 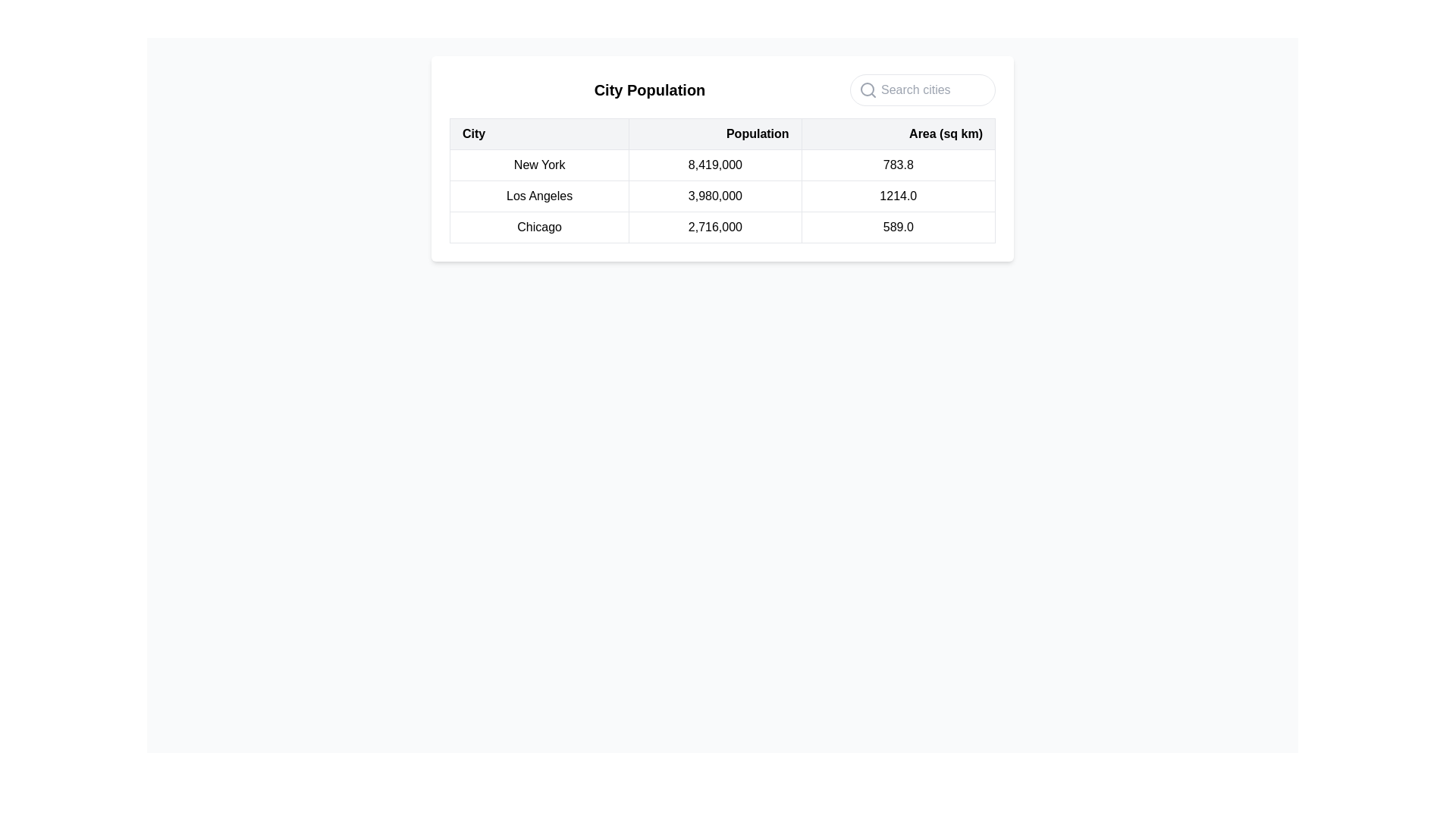 I want to click on text label displaying 'New York', which is the first item in a row of the 'City Population' section, positioned under the 'City' header, so click(x=539, y=165).